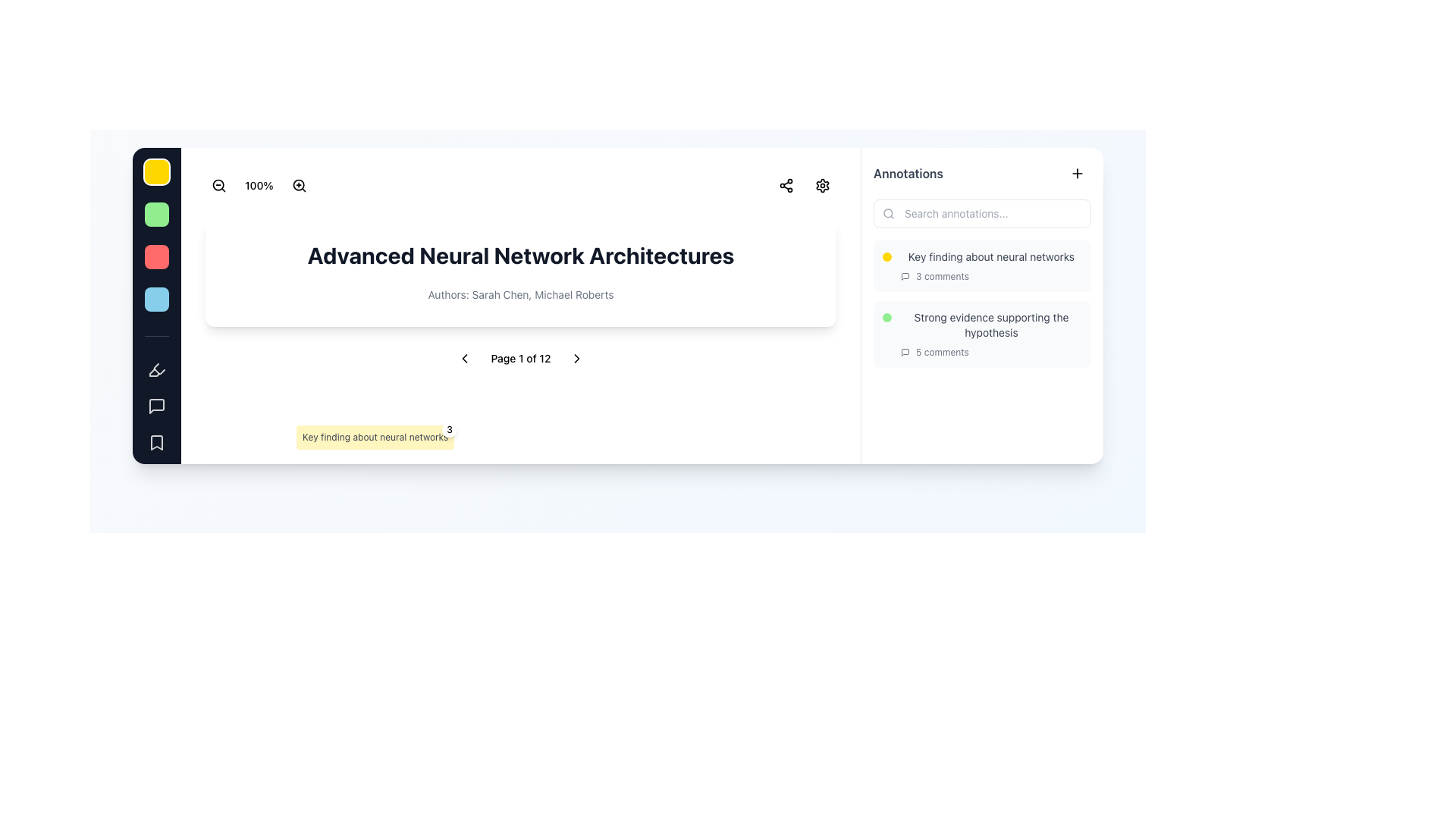 This screenshot has width=1456, height=819. What do you see at coordinates (1076, 172) in the screenshot?
I see `the 'Add Annotation' button located in the top right corner of the 'Annotations' panel` at bounding box center [1076, 172].